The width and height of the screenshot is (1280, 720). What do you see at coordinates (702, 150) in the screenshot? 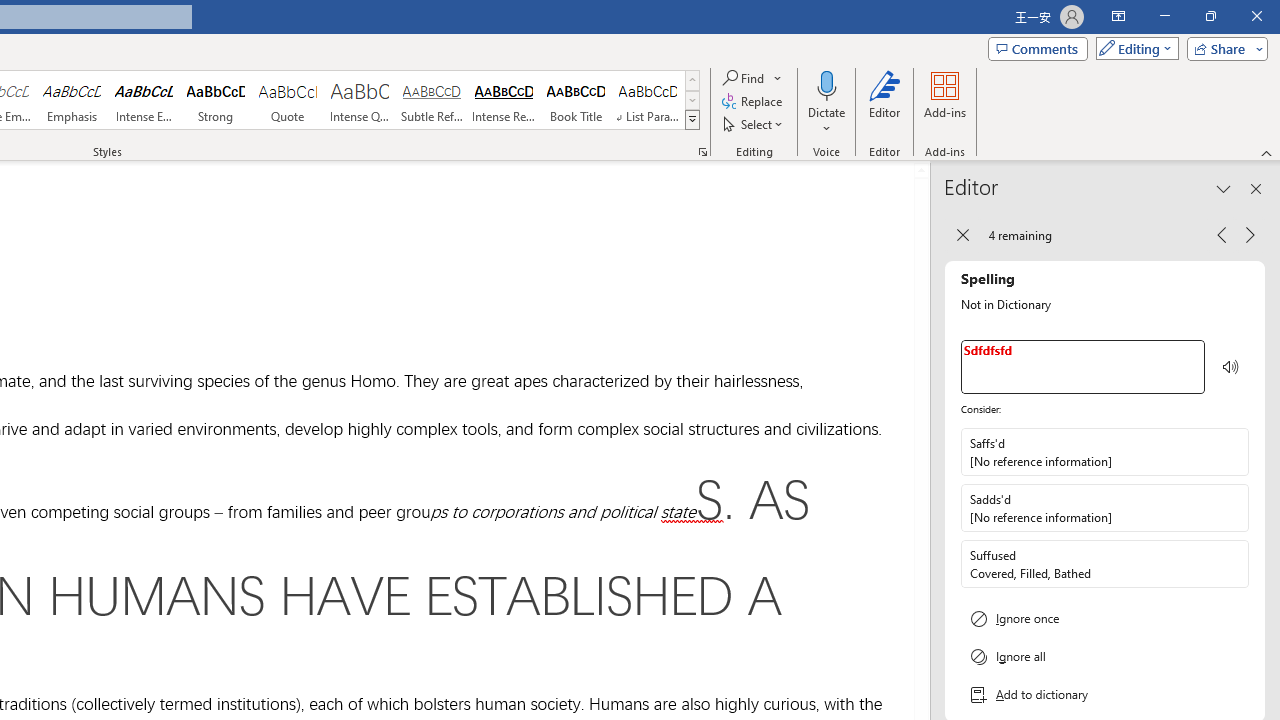
I see `'Styles...'` at bounding box center [702, 150].